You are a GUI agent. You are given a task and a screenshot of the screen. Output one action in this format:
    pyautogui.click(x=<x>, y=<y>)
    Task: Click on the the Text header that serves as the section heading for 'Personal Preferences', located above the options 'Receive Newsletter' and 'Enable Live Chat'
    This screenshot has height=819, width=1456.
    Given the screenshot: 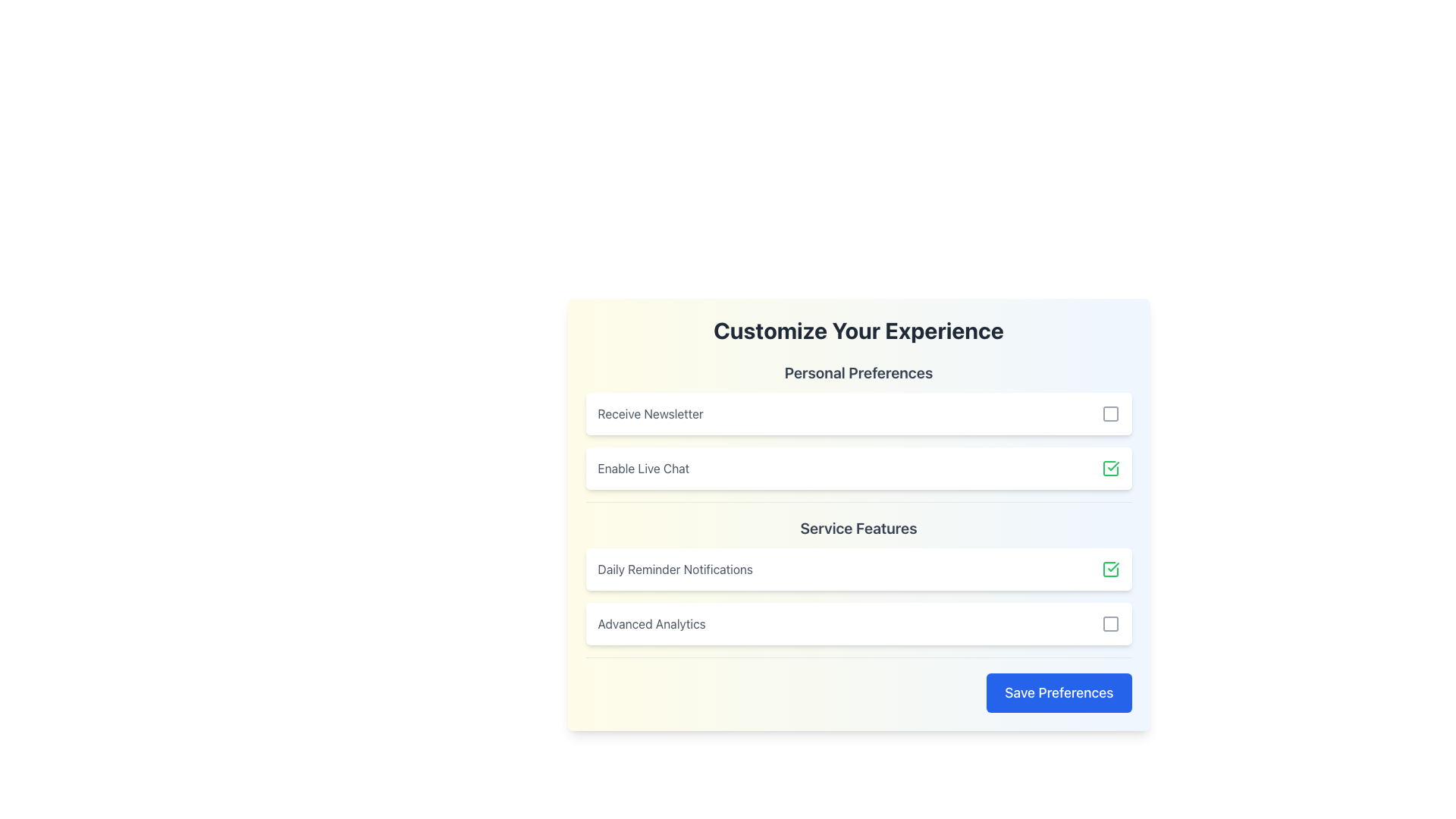 What is the action you would take?
    pyautogui.click(x=858, y=373)
    